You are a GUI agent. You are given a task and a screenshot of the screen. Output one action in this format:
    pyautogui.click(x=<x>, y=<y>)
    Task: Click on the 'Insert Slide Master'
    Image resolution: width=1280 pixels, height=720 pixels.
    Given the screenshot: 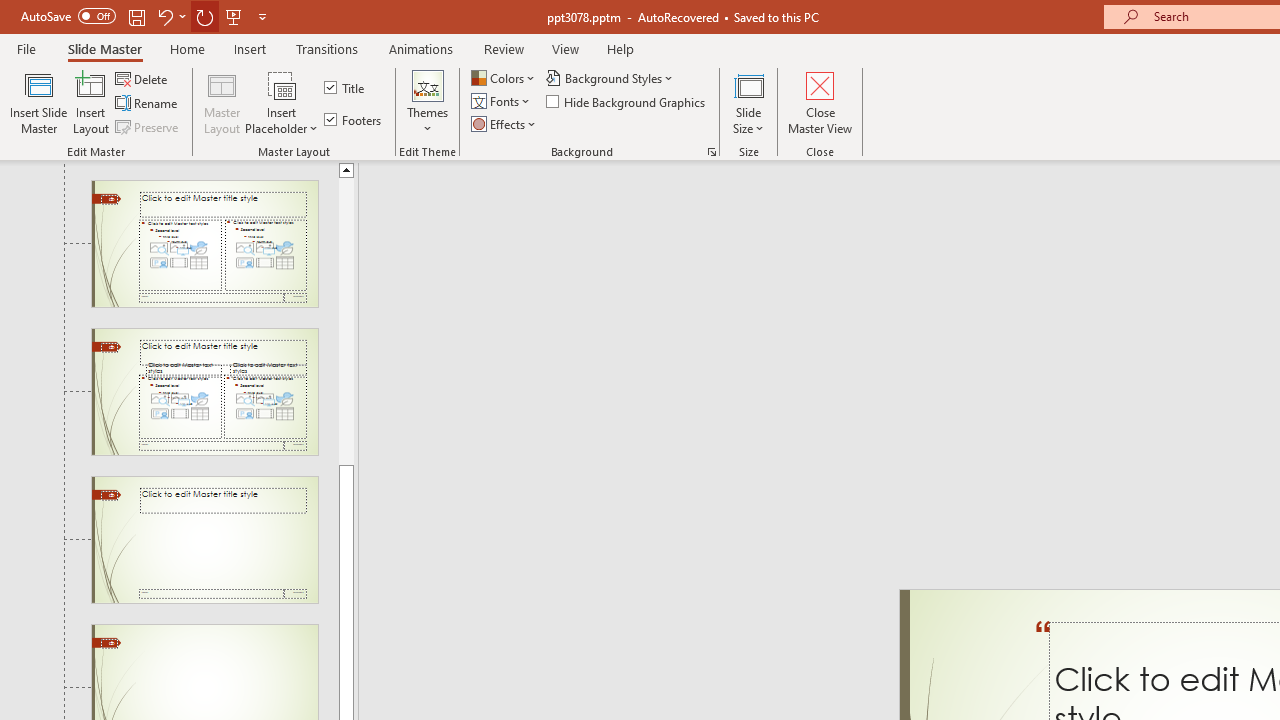 What is the action you would take?
    pyautogui.click(x=39, y=103)
    